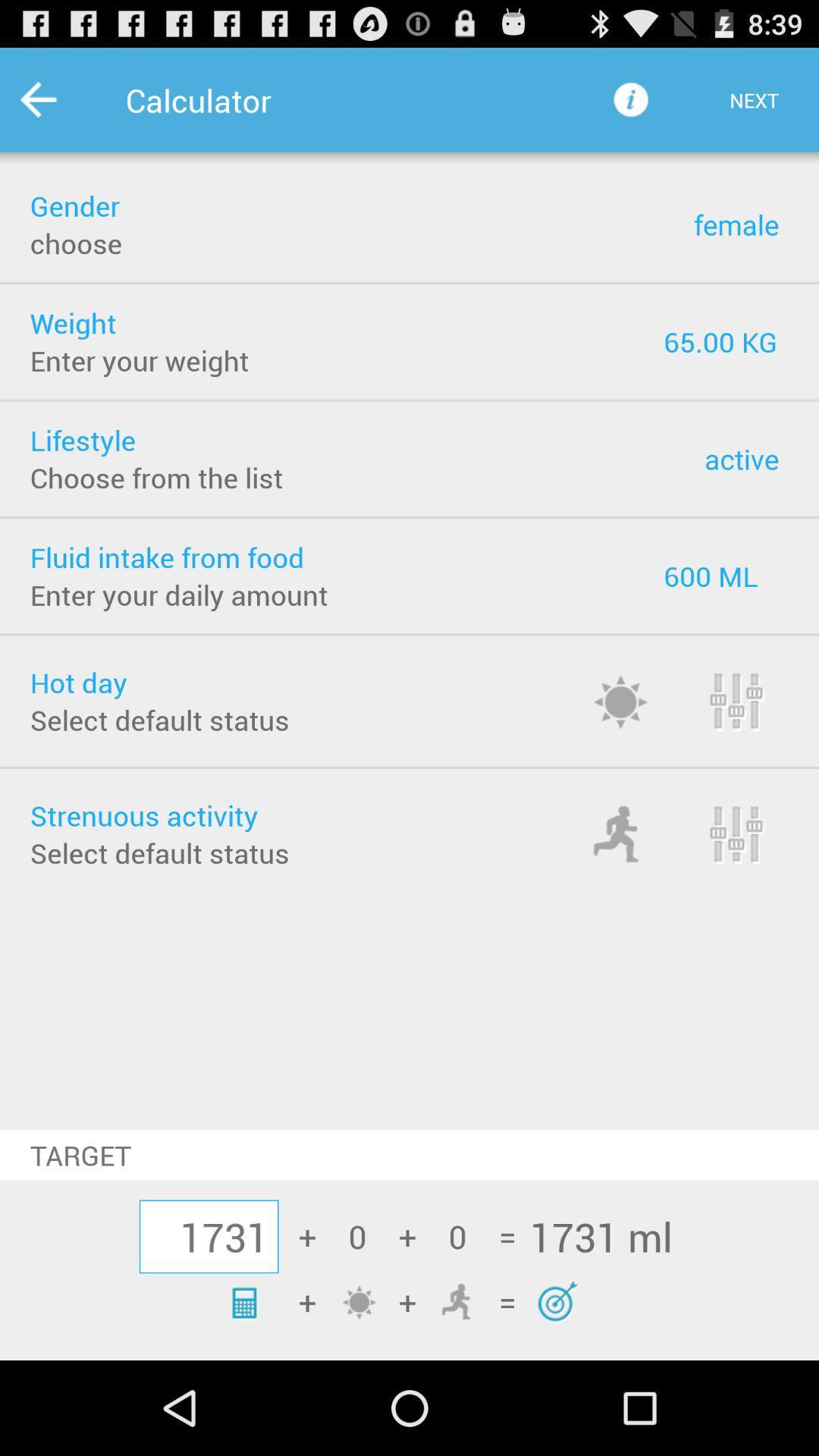 This screenshot has height=1456, width=819. I want to click on the sliders icon, so click(756, 893).